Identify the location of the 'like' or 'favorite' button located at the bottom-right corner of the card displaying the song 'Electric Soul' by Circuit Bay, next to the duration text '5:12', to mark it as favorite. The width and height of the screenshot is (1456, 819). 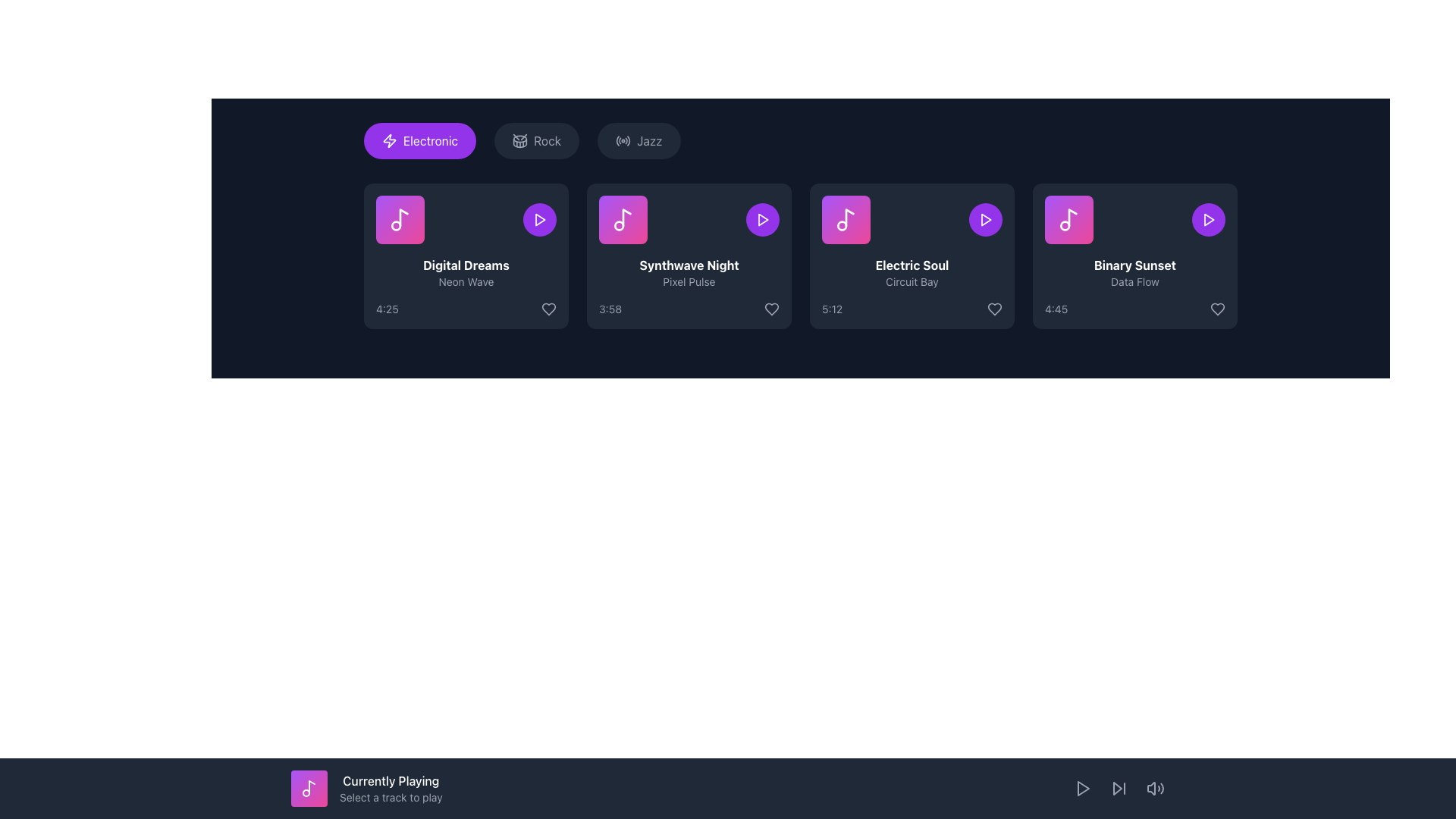
(994, 309).